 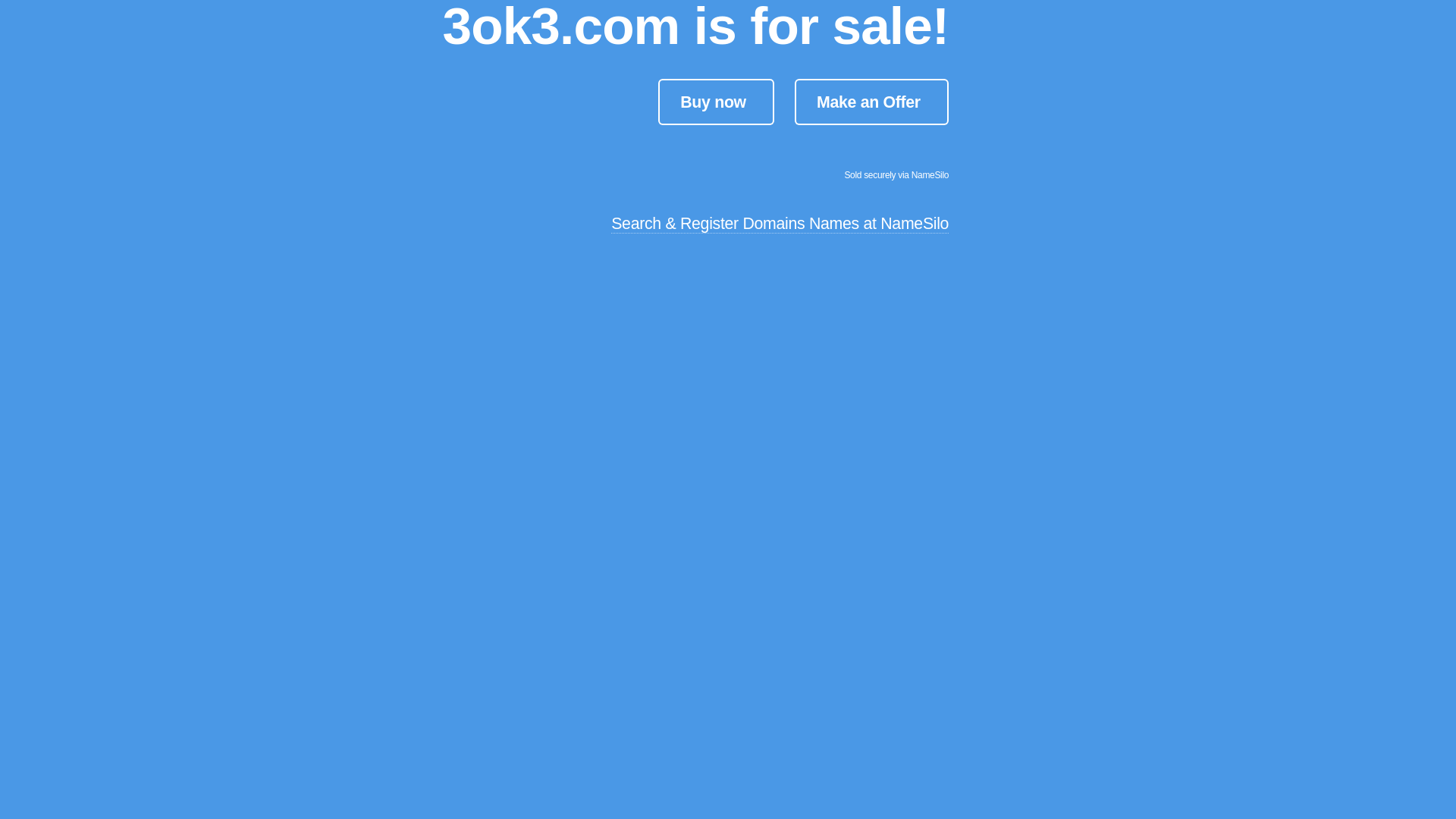 I want to click on 'Search & Register Domains Names at NameSilo', so click(x=780, y=224).